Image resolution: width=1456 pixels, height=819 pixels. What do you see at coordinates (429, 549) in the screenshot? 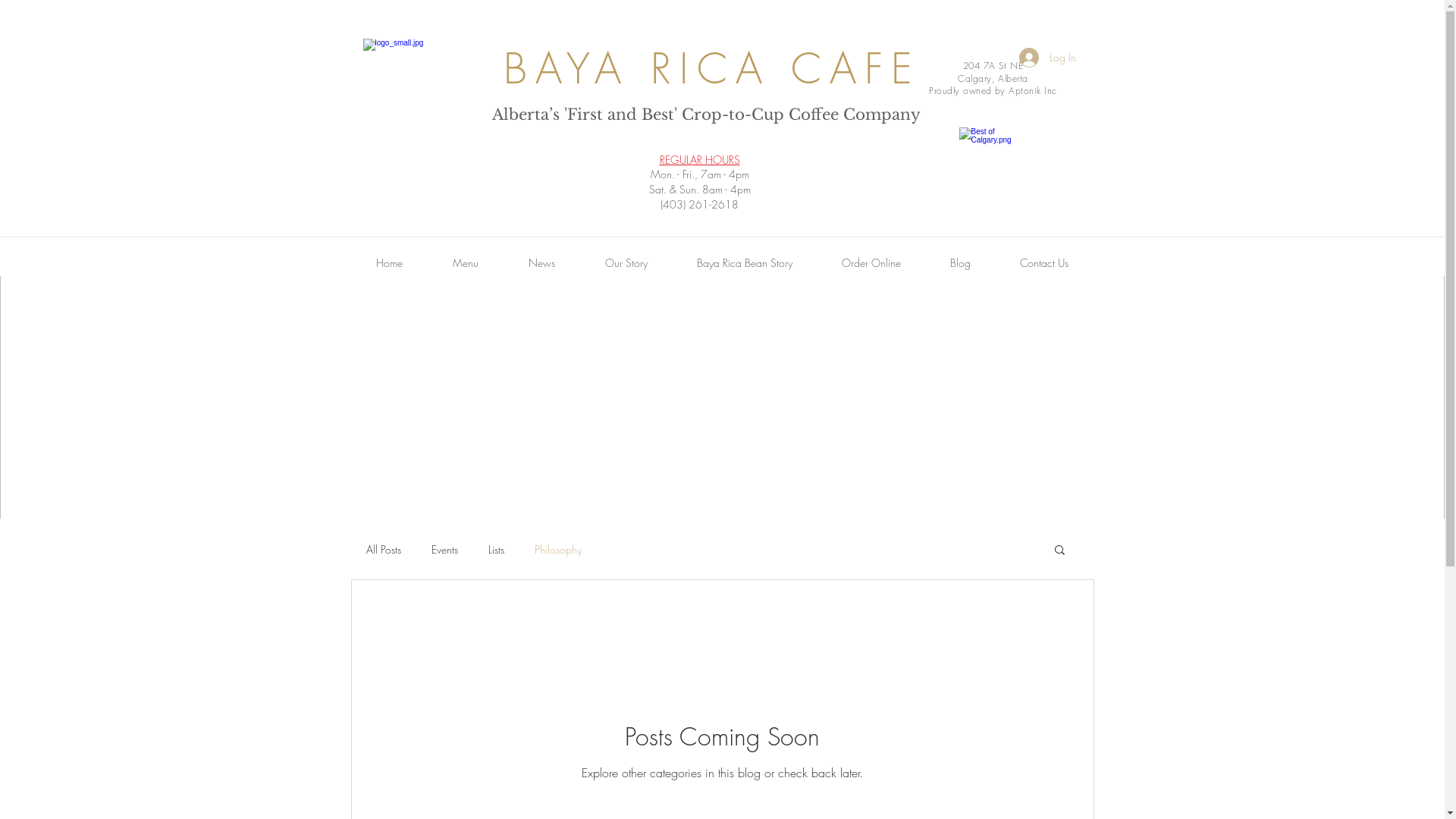
I see `'Events'` at bounding box center [429, 549].